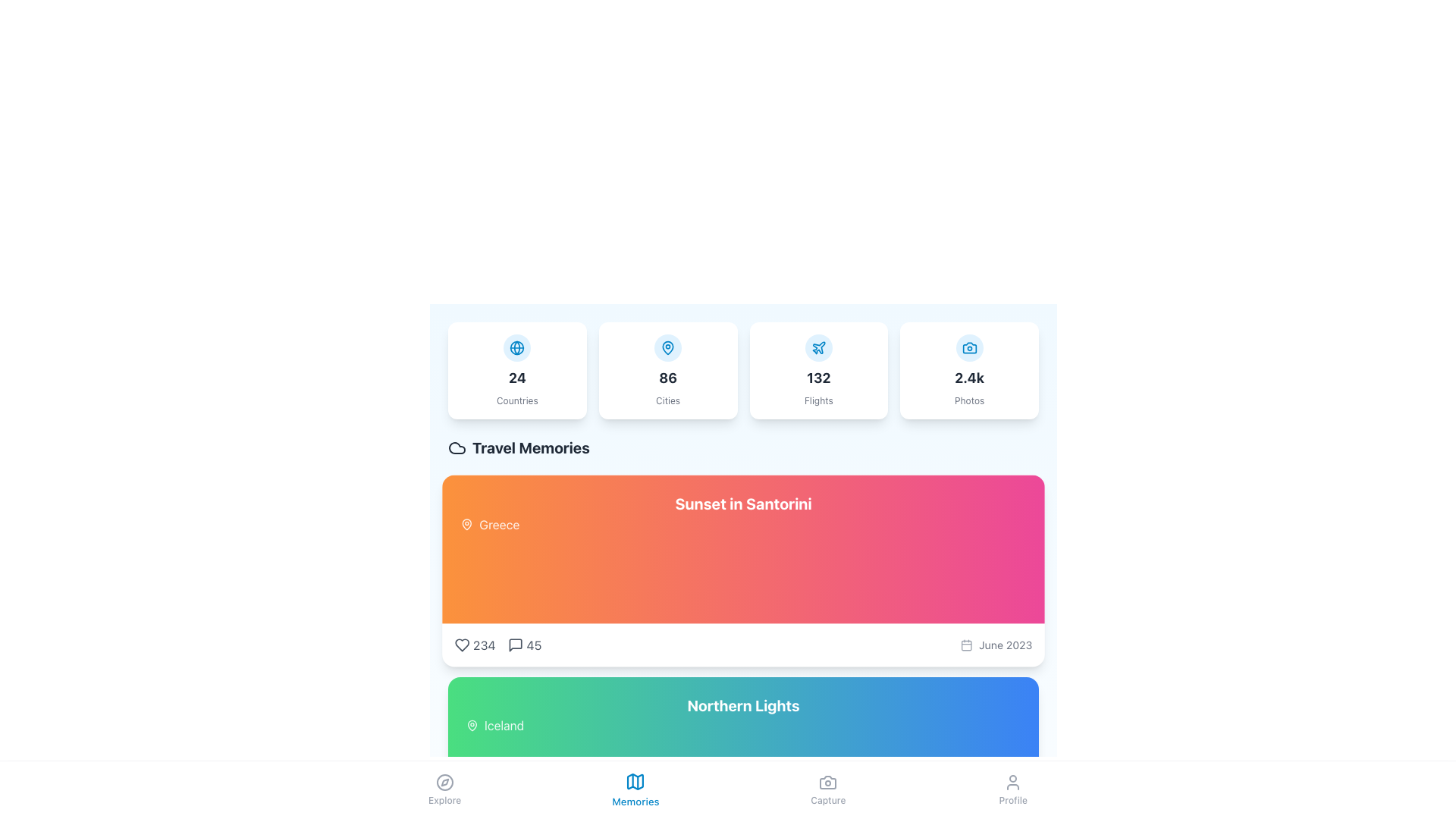  I want to click on the 'Countries' icon located in the top left of the card component, which visually represents the metric associated with the number '24' indicating the count of countries, so click(517, 348).